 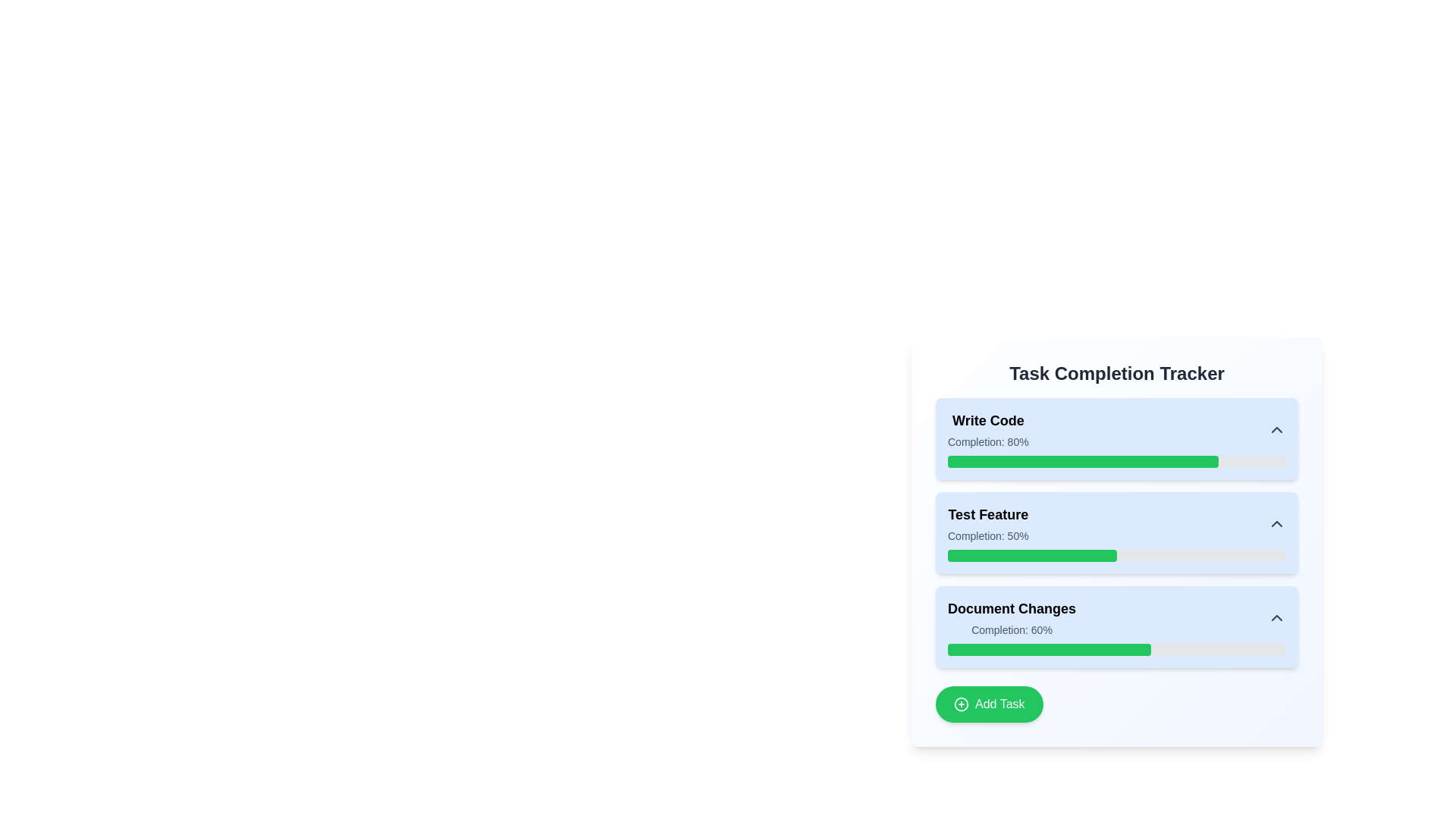 I want to click on the progress percentage label for the task 'Document Changes', located at the bottom of its card, aligned with other completion labels in the 'Task Completion Tracker' section, so click(x=1012, y=629).